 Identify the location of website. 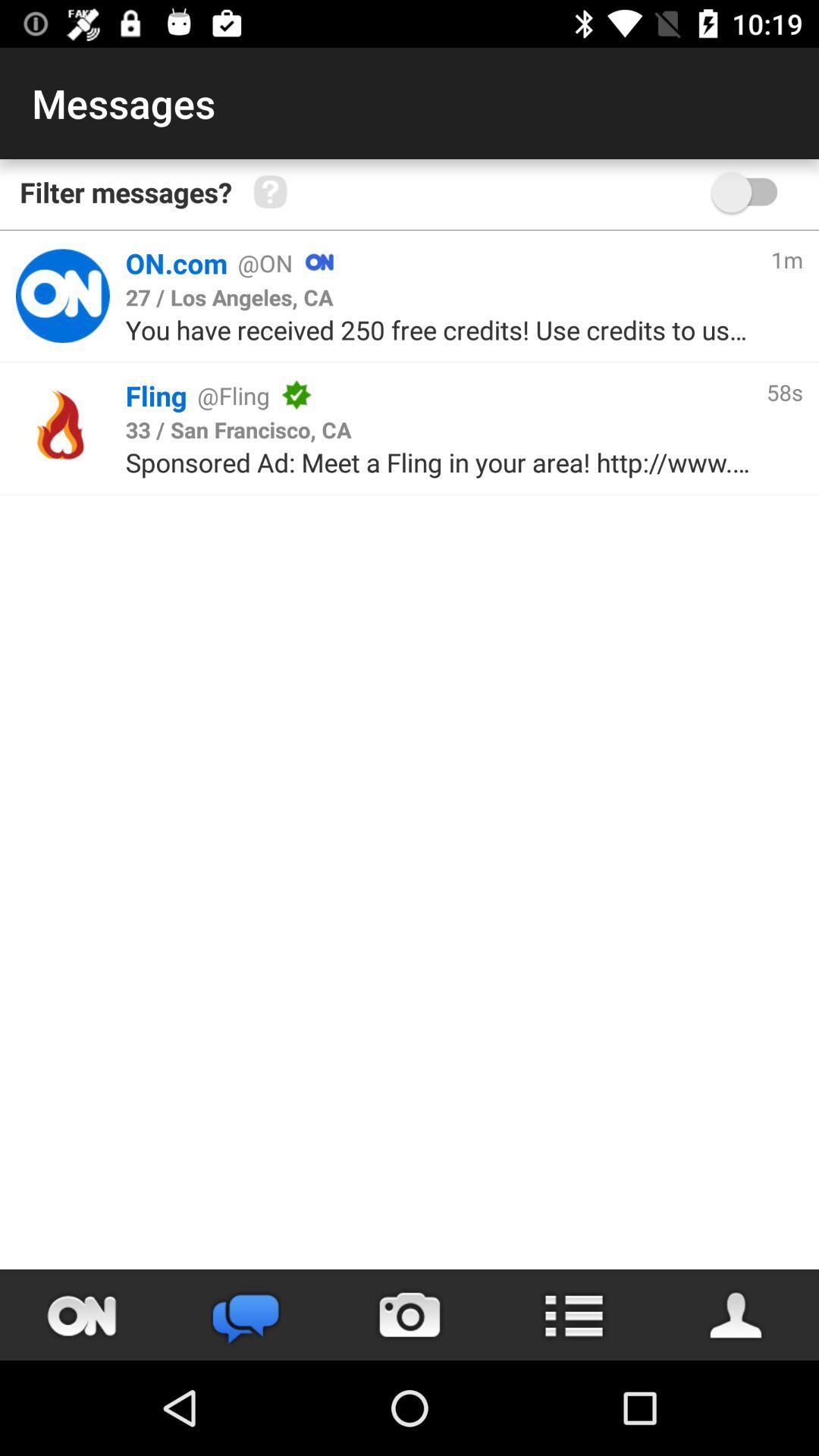
(61, 296).